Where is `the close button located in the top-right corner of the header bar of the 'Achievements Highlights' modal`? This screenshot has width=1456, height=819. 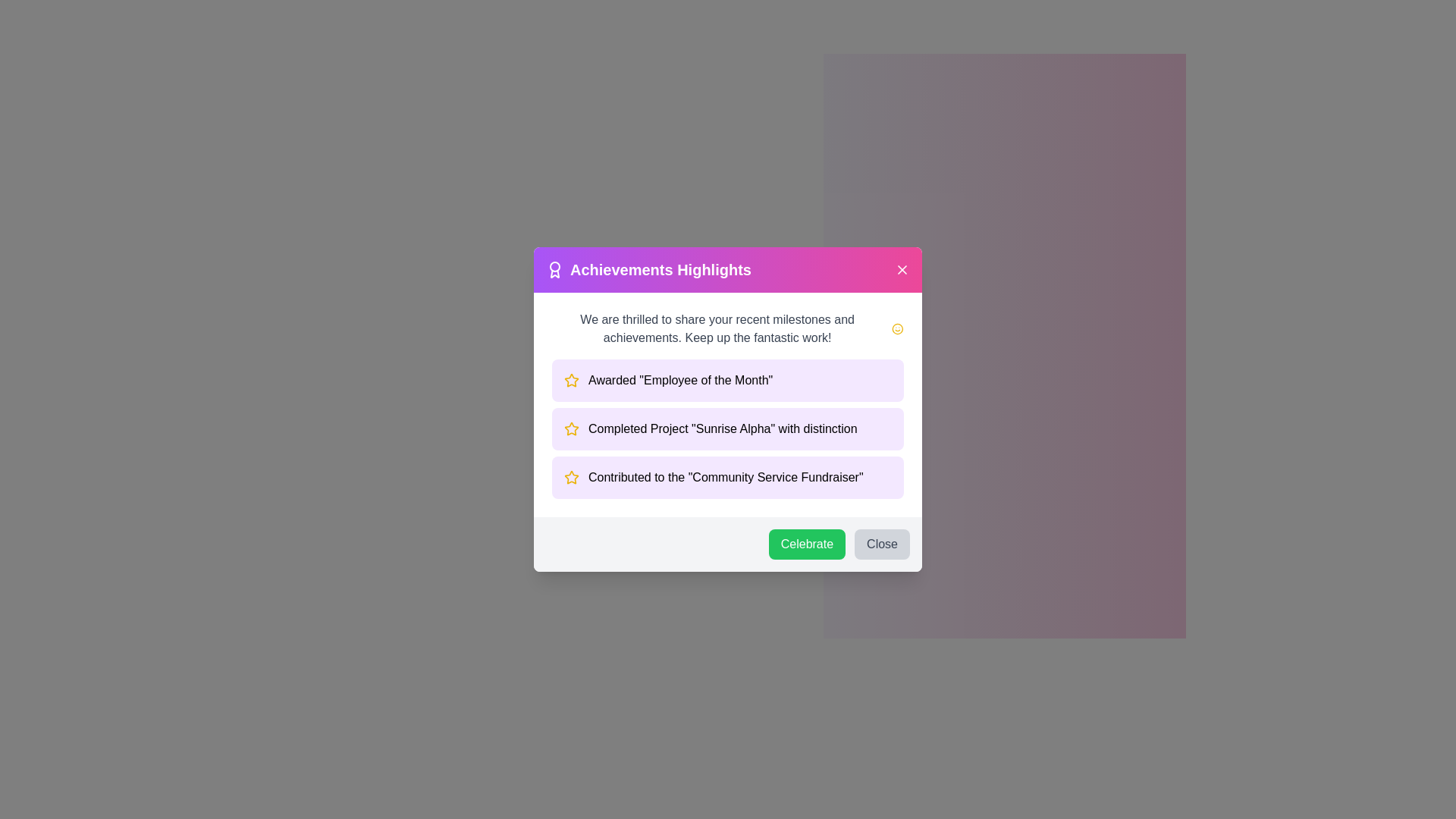
the close button located in the top-right corner of the header bar of the 'Achievements Highlights' modal is located at coordinates (902, 268).